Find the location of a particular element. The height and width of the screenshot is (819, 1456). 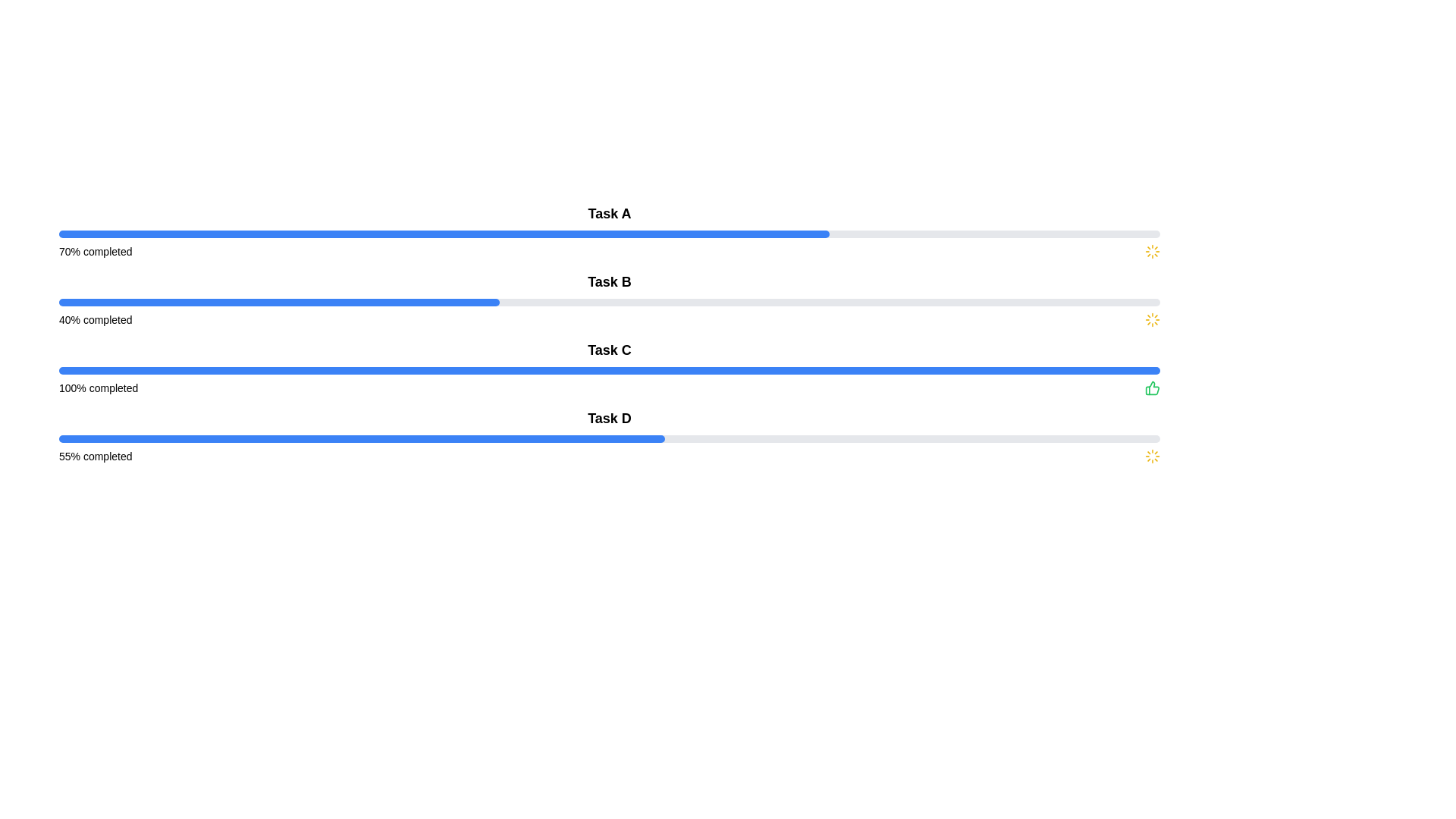

the text label displaying '70% completed', which indicates the progress status for 'Task A' is located at coordinates (95, 250).